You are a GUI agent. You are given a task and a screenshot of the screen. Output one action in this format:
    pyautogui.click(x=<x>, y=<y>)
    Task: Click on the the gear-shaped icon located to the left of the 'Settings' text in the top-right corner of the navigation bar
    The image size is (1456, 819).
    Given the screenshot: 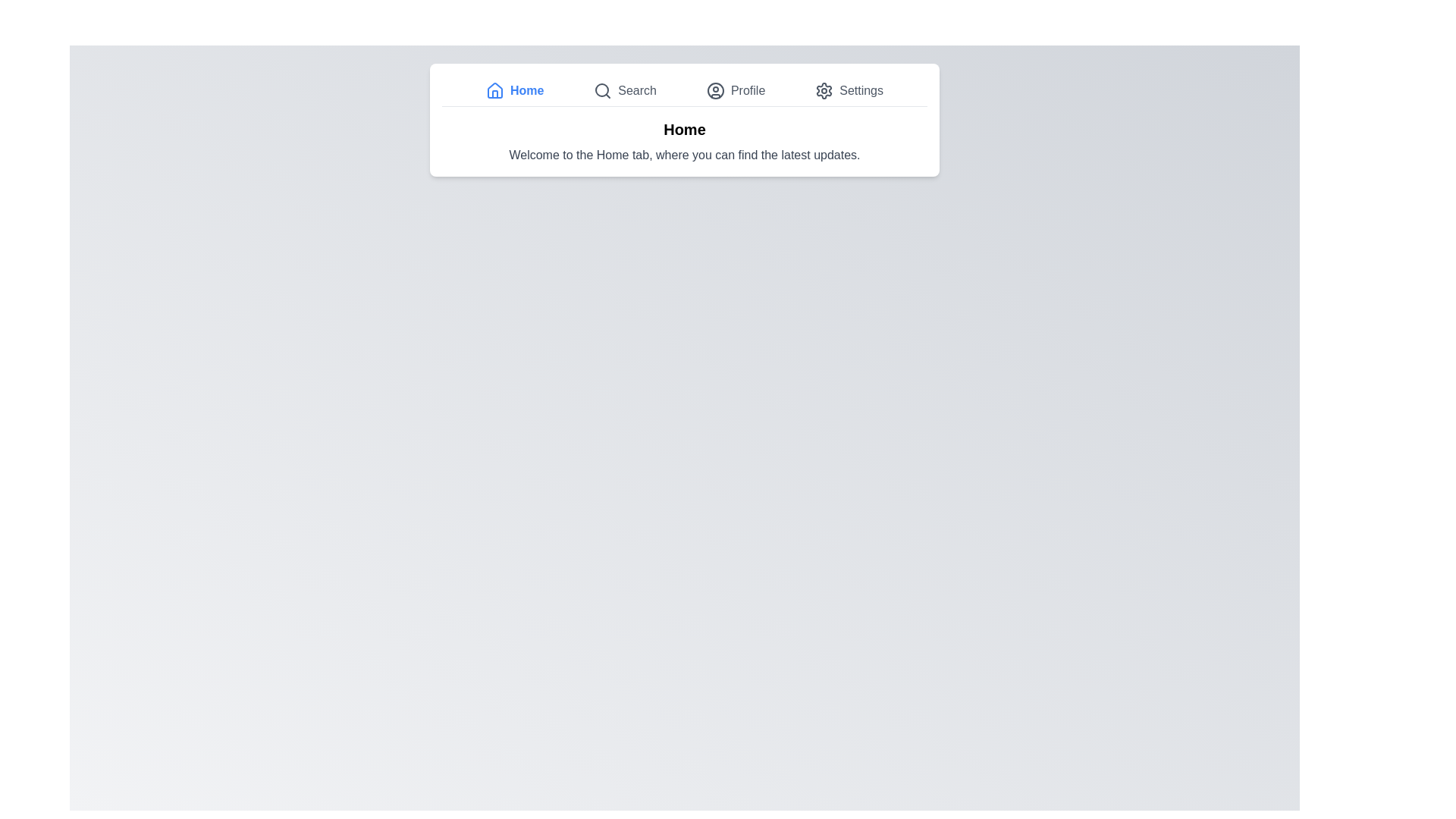 What is the action you would take?
    pyautogui.click(x=824, y=90)
    